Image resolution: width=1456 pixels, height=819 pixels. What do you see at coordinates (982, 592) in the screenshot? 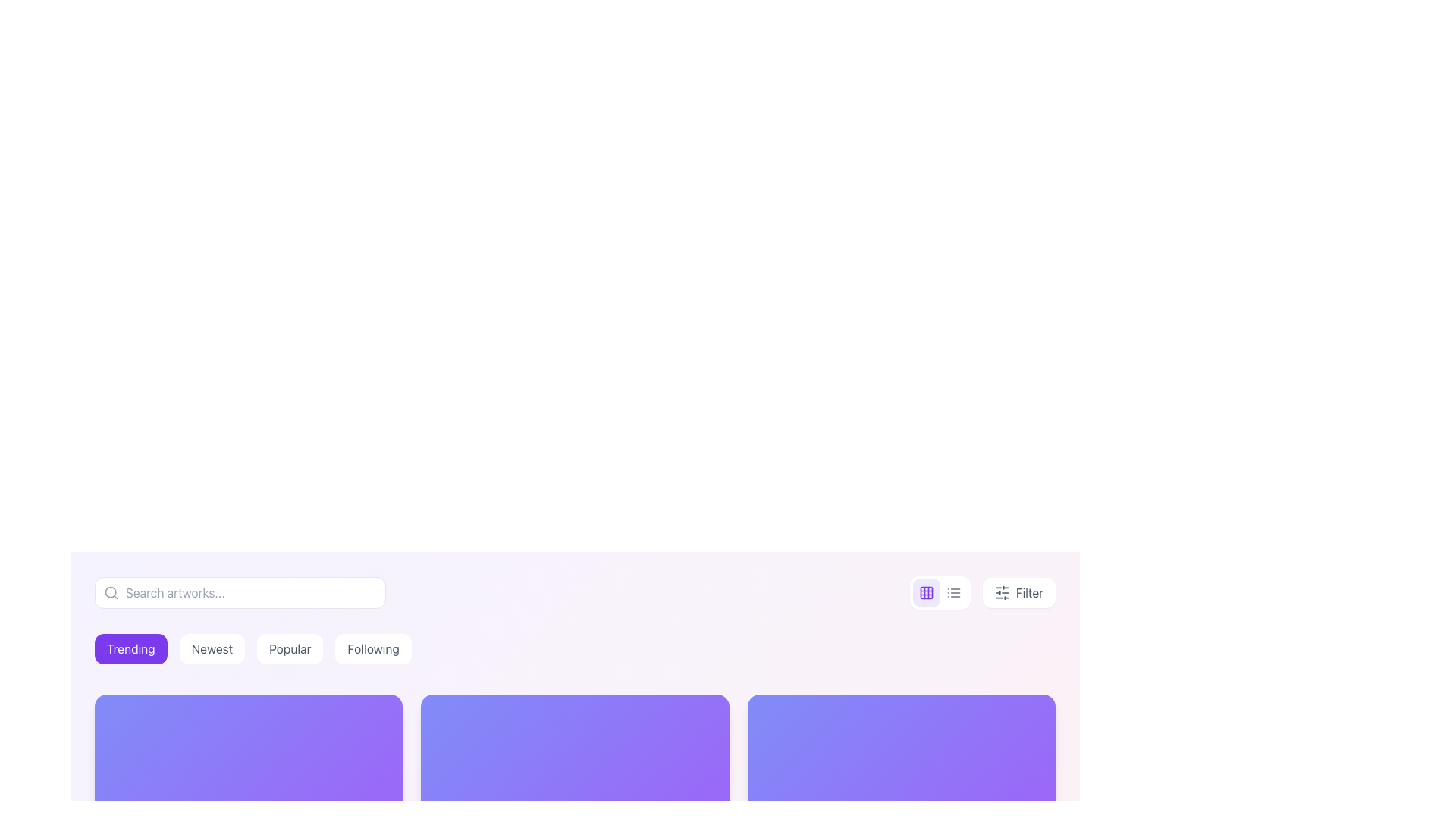
I see `the button located at the far right of the horizontal button group` at bounding box center [982, 592].